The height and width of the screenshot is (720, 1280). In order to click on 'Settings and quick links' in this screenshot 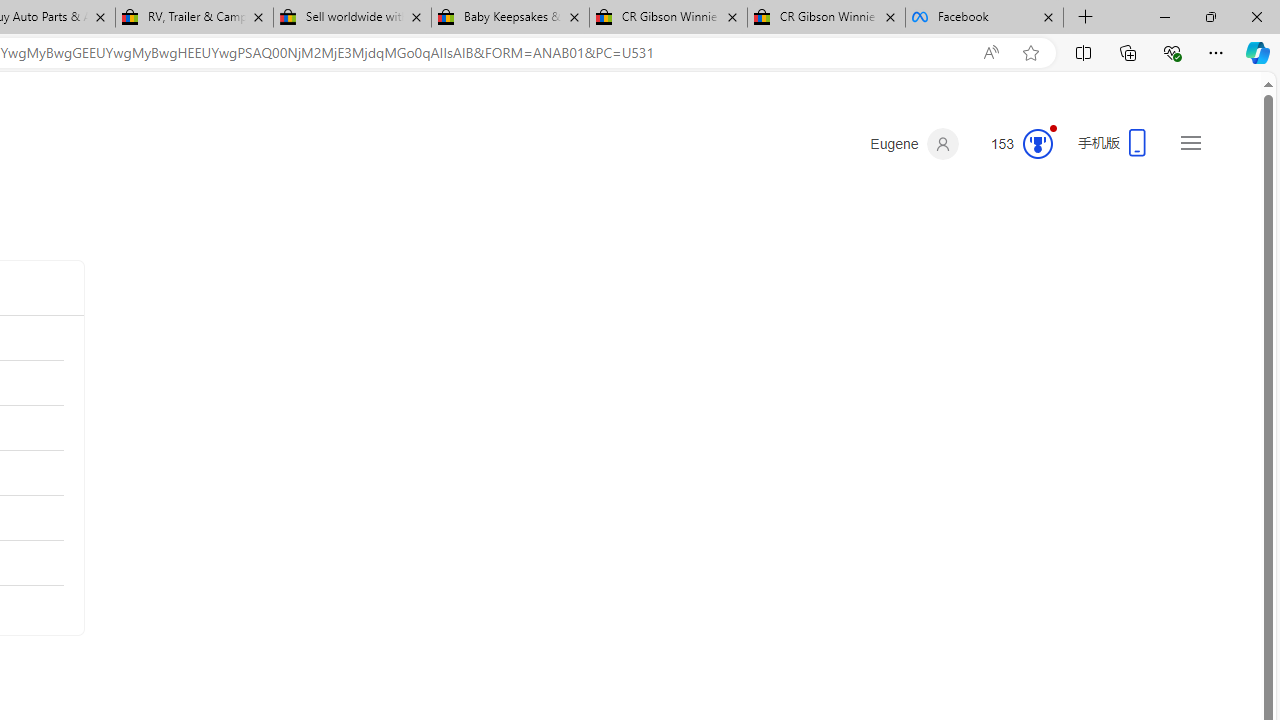, I will do `click(1191, 141)`.